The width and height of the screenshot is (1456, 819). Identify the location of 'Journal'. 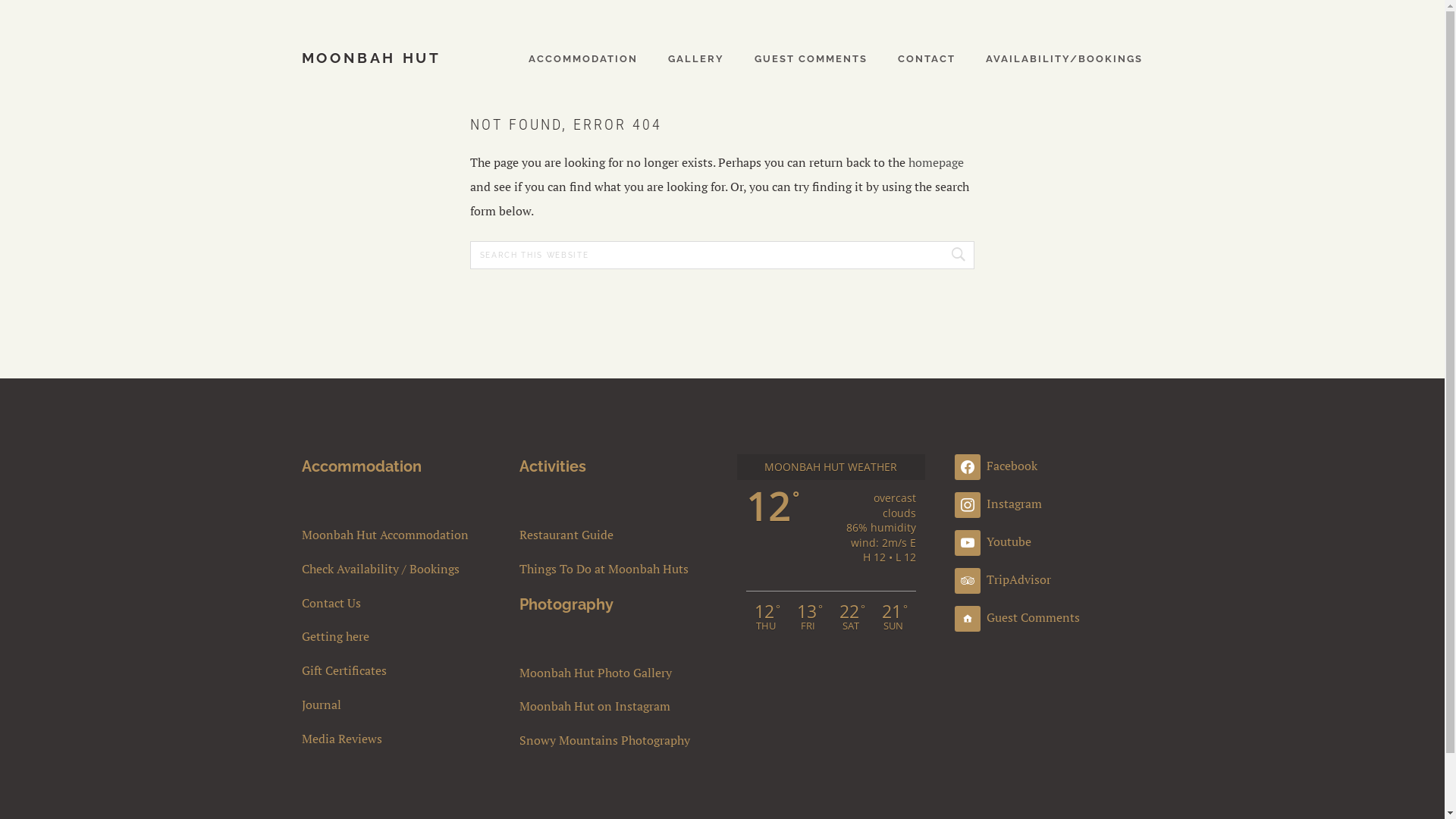
(302, 704).